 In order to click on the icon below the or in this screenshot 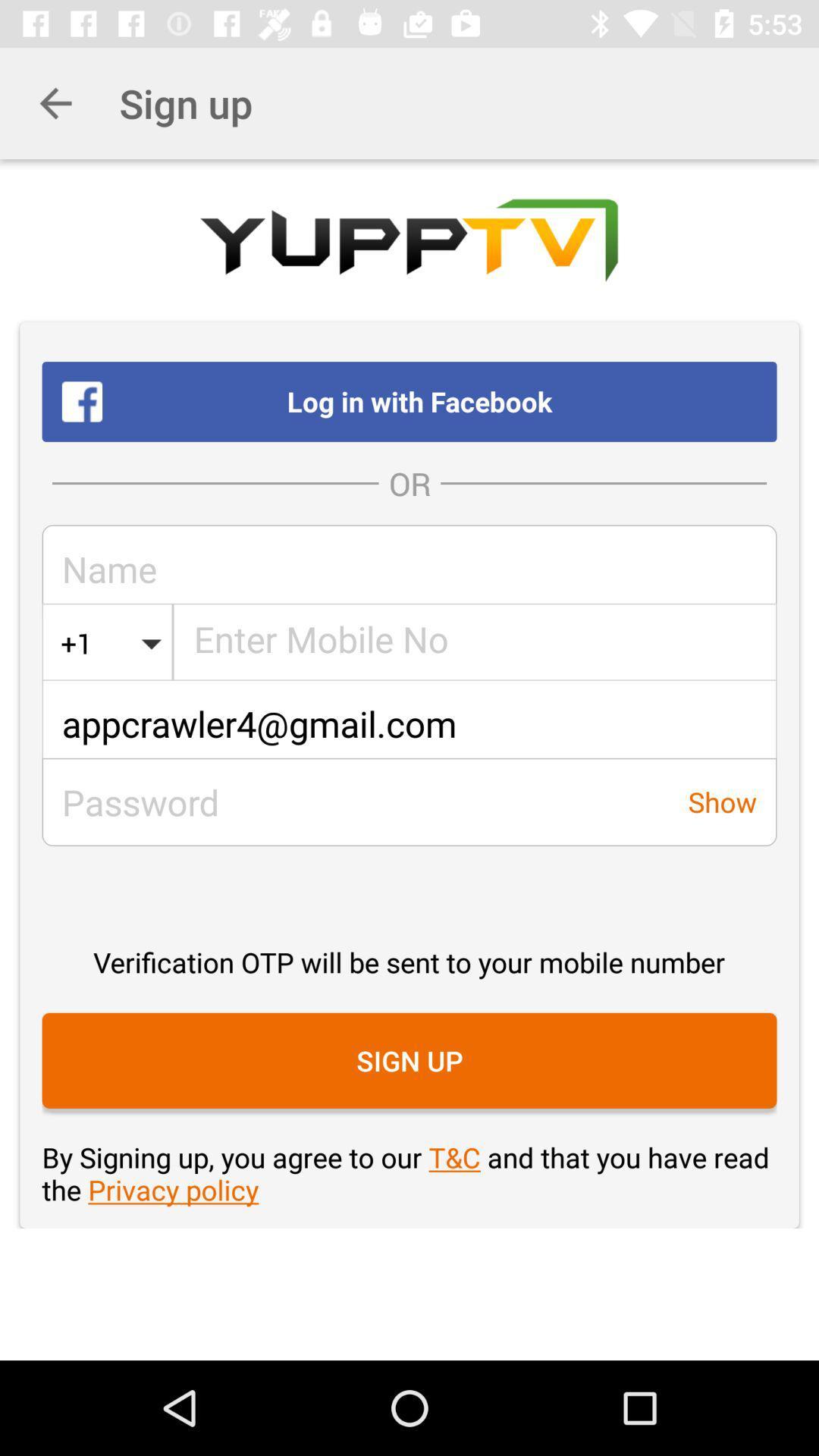, I will do `click(475, 643)`.